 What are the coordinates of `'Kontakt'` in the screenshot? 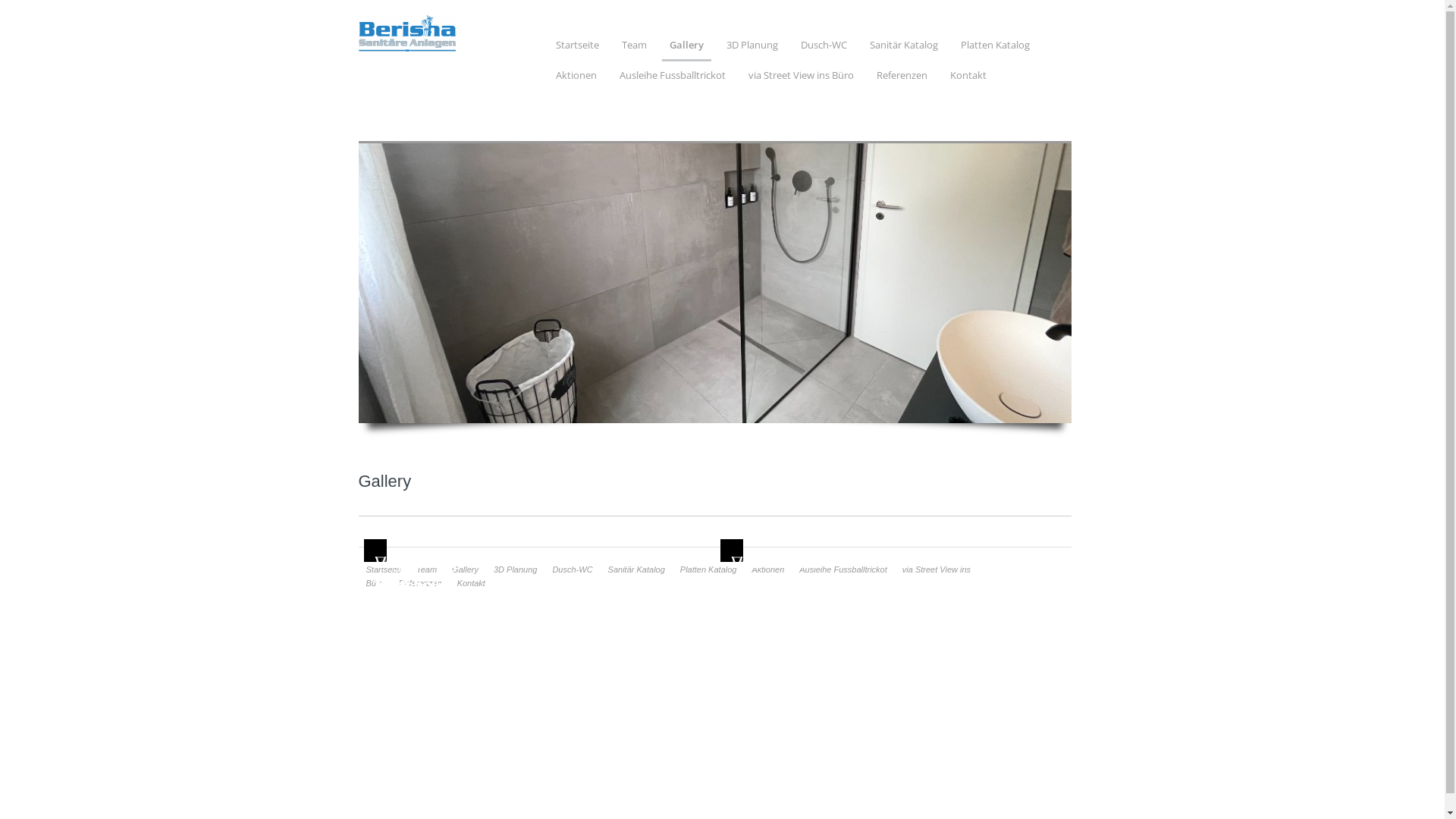 It's located at (967, 79).